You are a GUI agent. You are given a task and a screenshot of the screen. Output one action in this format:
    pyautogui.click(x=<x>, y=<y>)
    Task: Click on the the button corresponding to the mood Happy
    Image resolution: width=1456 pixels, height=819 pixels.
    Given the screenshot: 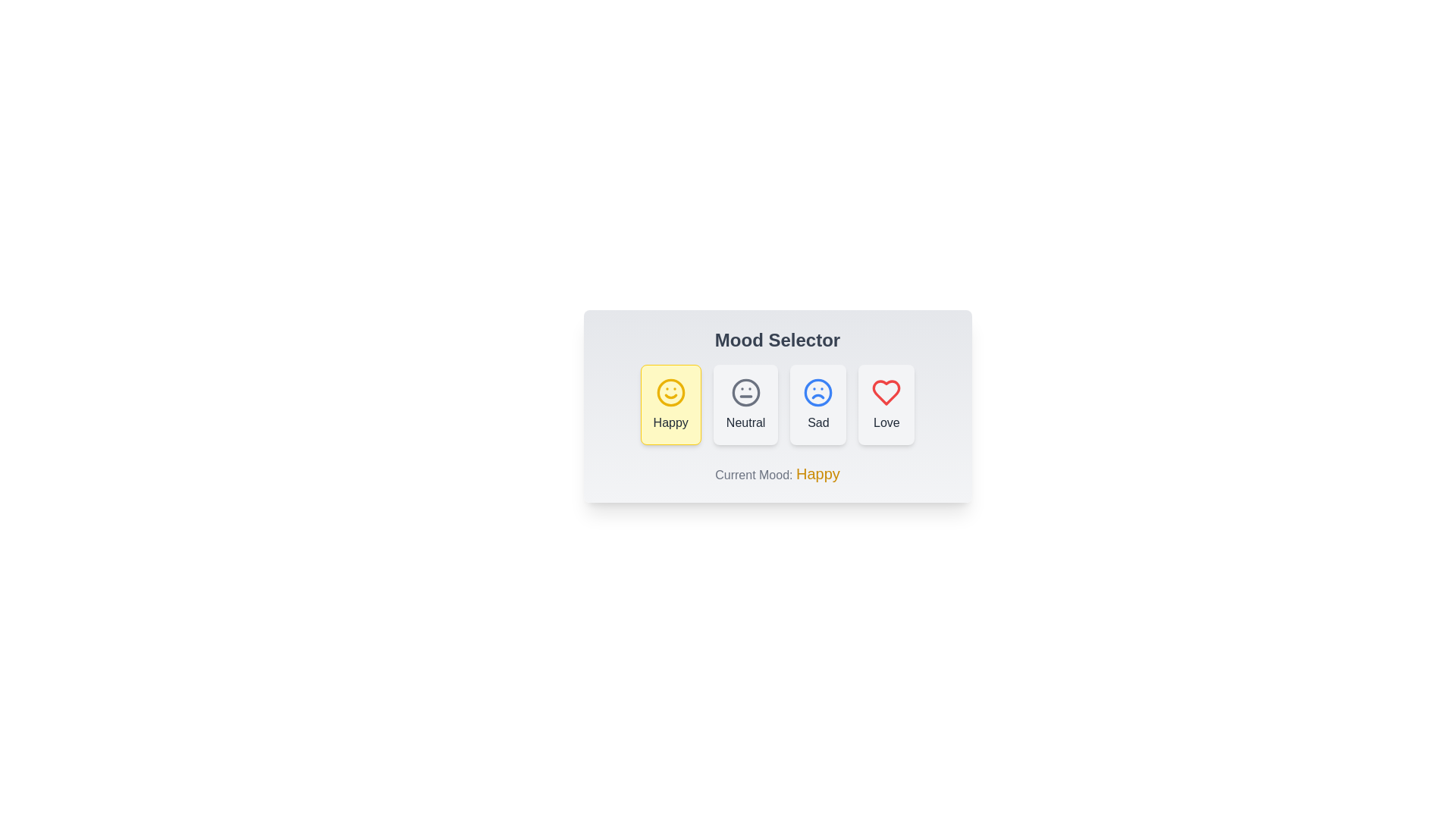 What is the action you would take?
    pyautogui.click(x=670, y=403)
    